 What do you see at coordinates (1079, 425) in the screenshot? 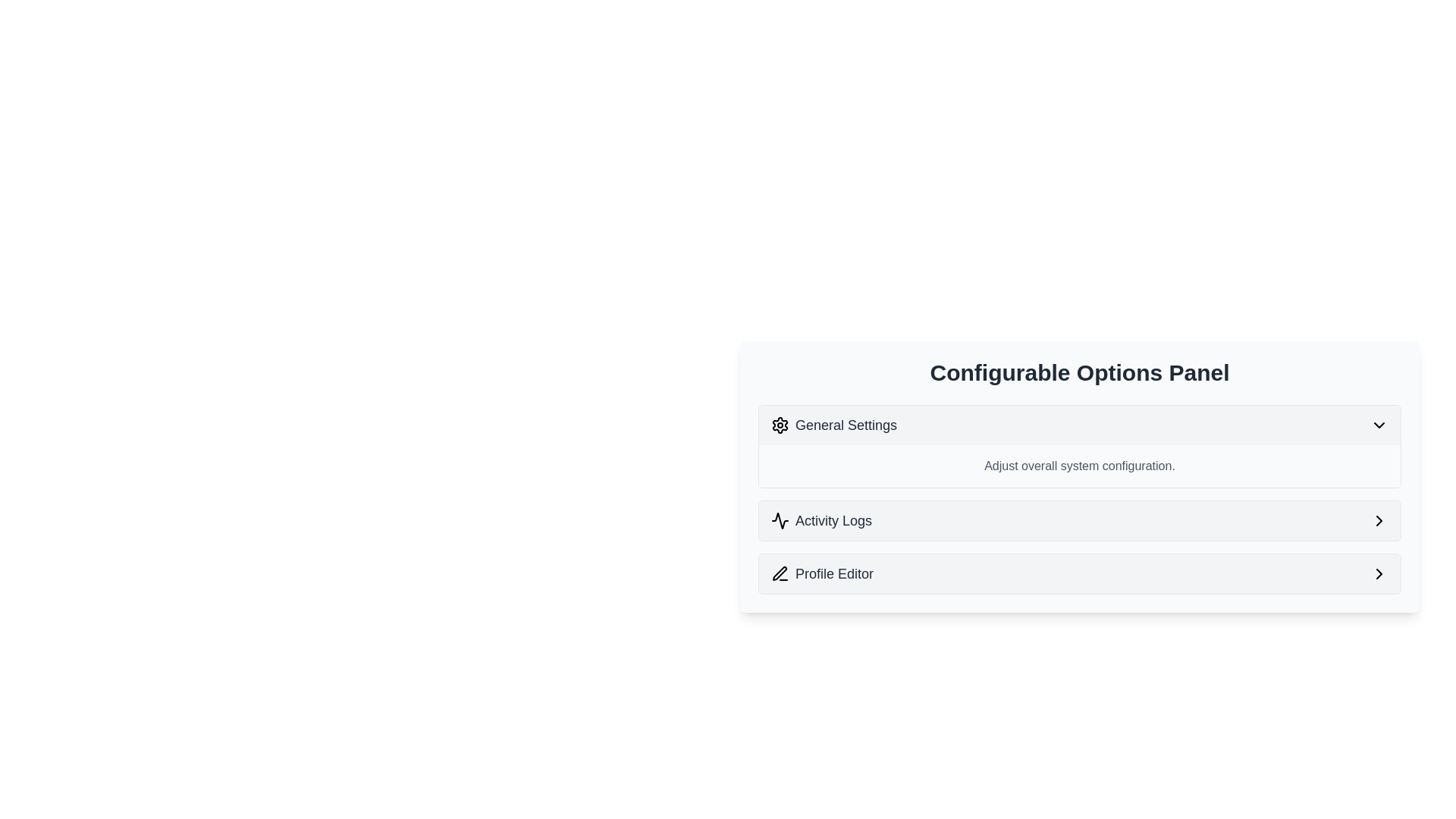
I see `the 'General Settings' dropdown button located at the top of the 'Configurable Options Panel'` at bounding box center [1079, 425].